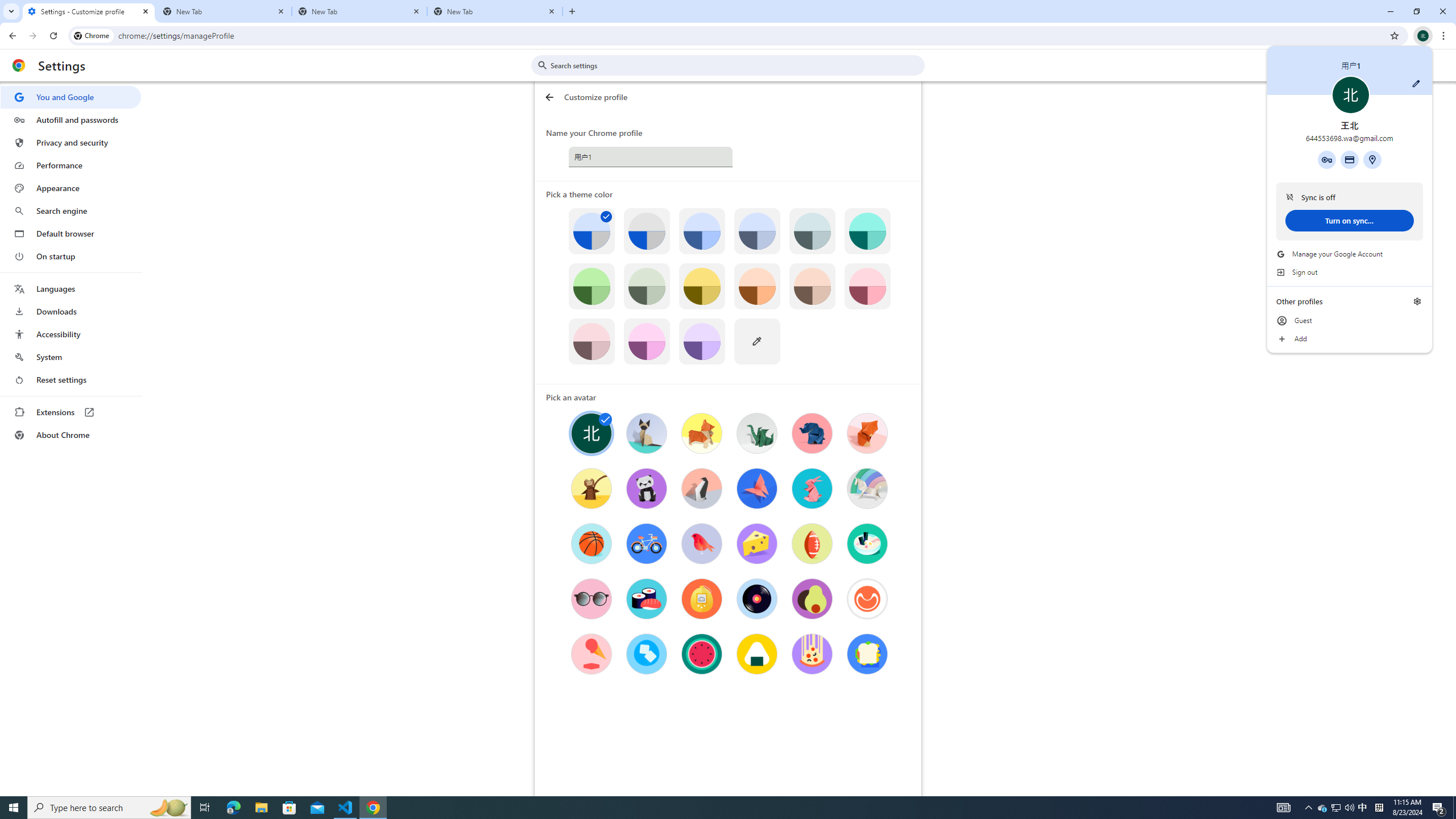 The image size is (1456, 819). Describe the element at coordinates (70, 165) in the screenshot. I see `'Performance'` at that location.